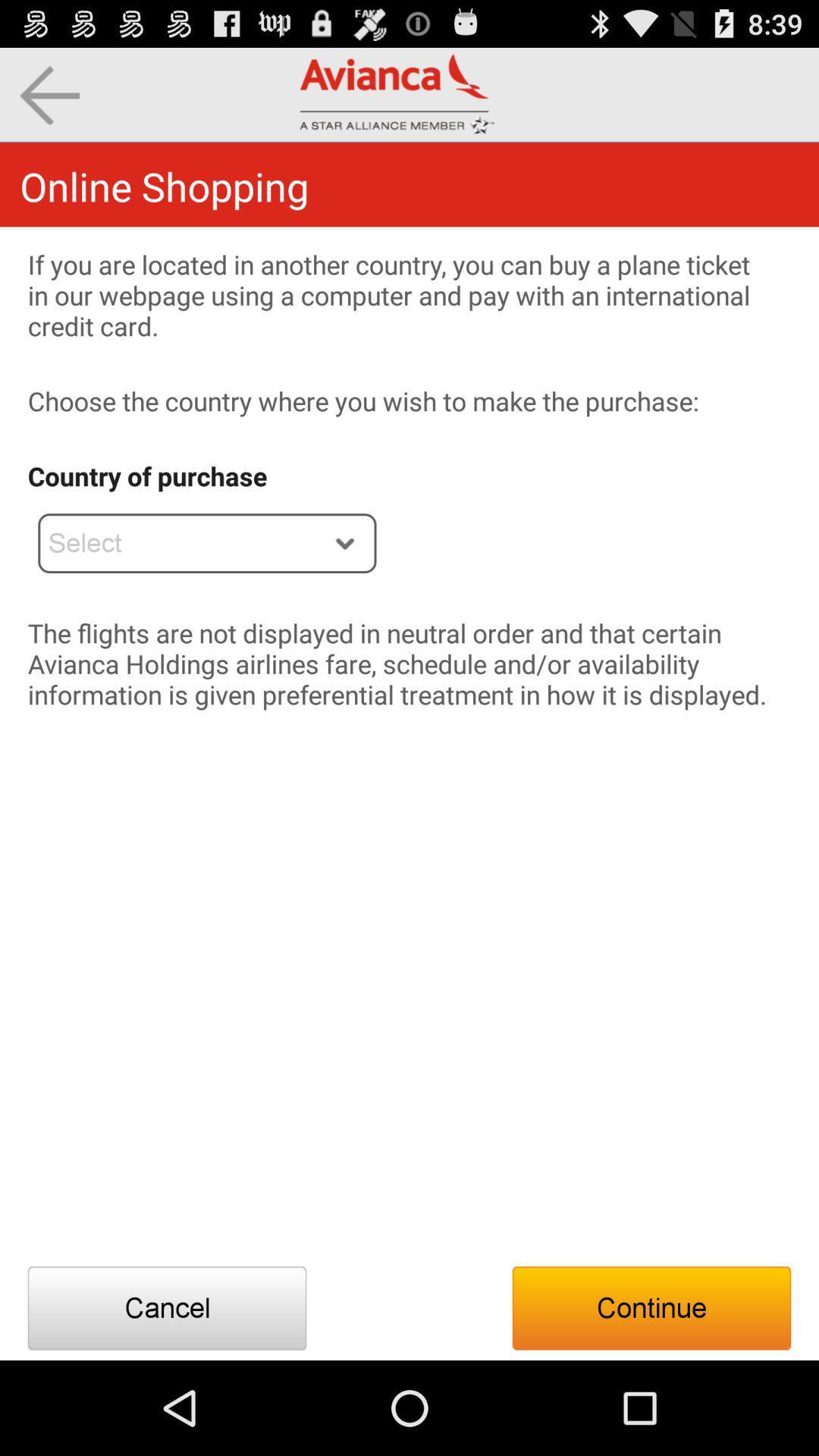  What do you see at coordinates (167, 1307) in the screenshot?
I see `button to the left of the continue item` at bounding box center [167, 1307].